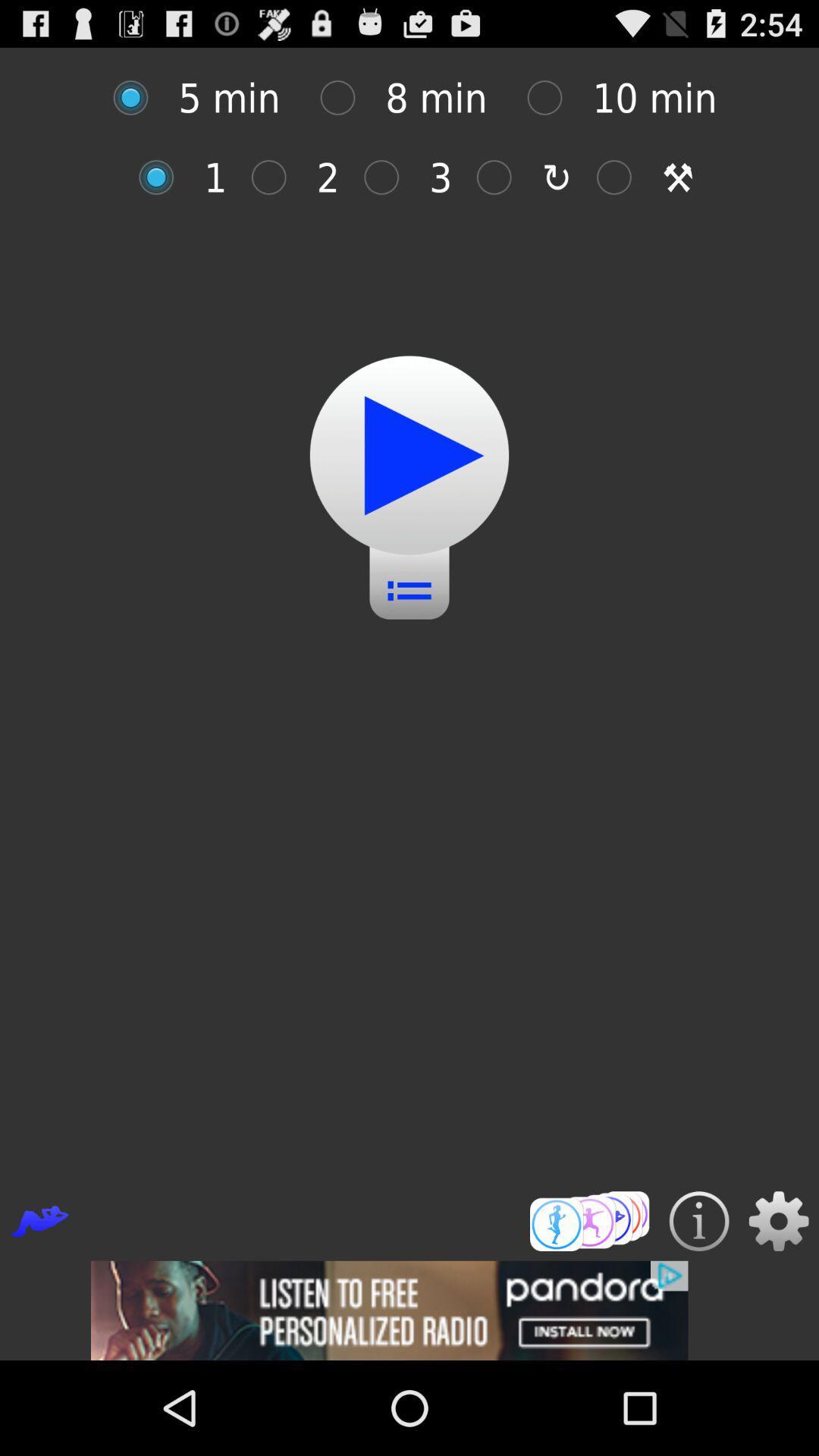 The image size is (819, 1456). What do you see at coordinates (502, 177) in the screenshot?
I see `the timer` at bounding box center [502, 177].